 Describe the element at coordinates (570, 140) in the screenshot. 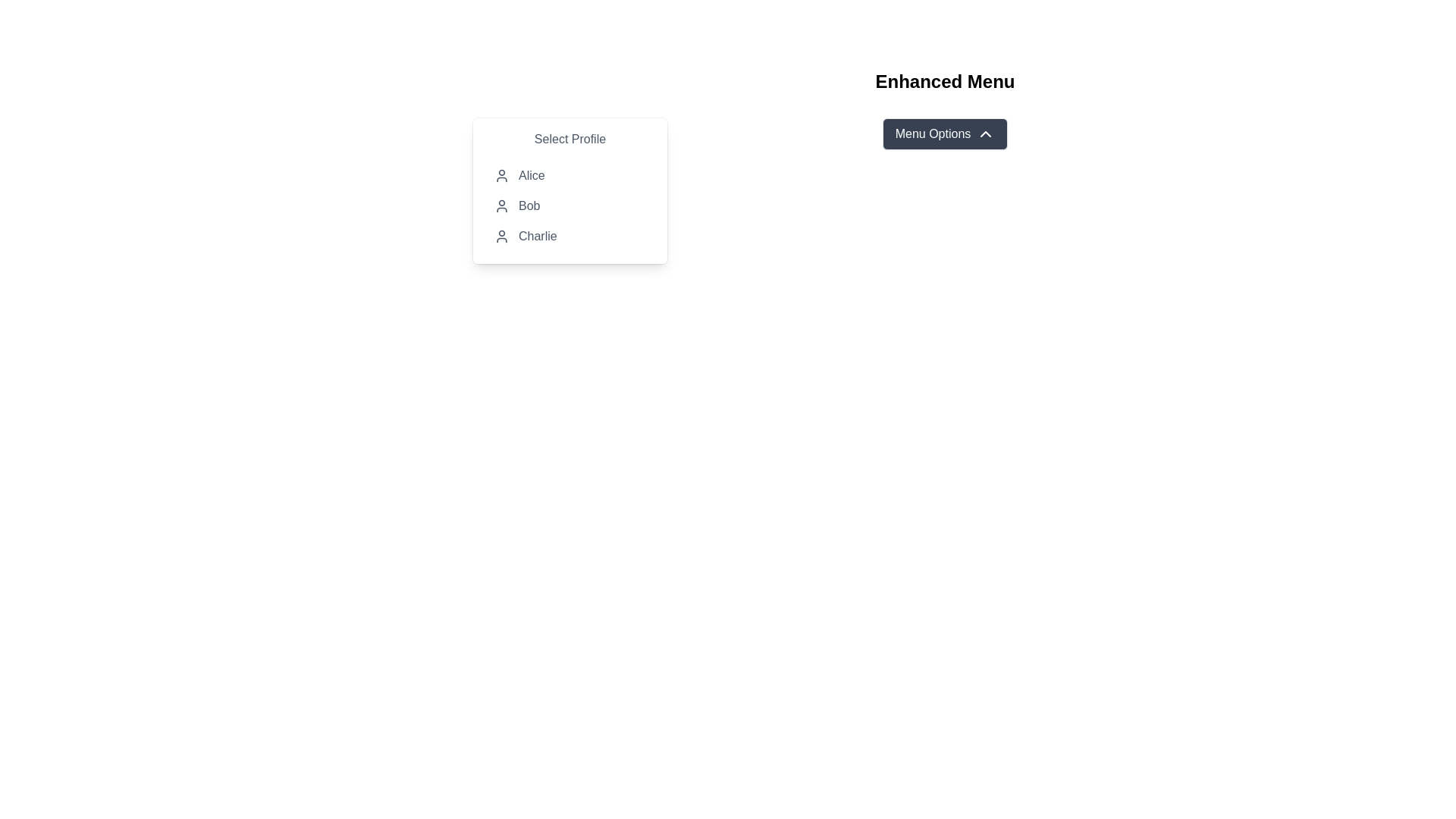

I see `the 'Select Profile' text label, which is positioned at the top of the dropdown menu containing options like 'Alice', 'Bob', and 'Charlie'` at that location.